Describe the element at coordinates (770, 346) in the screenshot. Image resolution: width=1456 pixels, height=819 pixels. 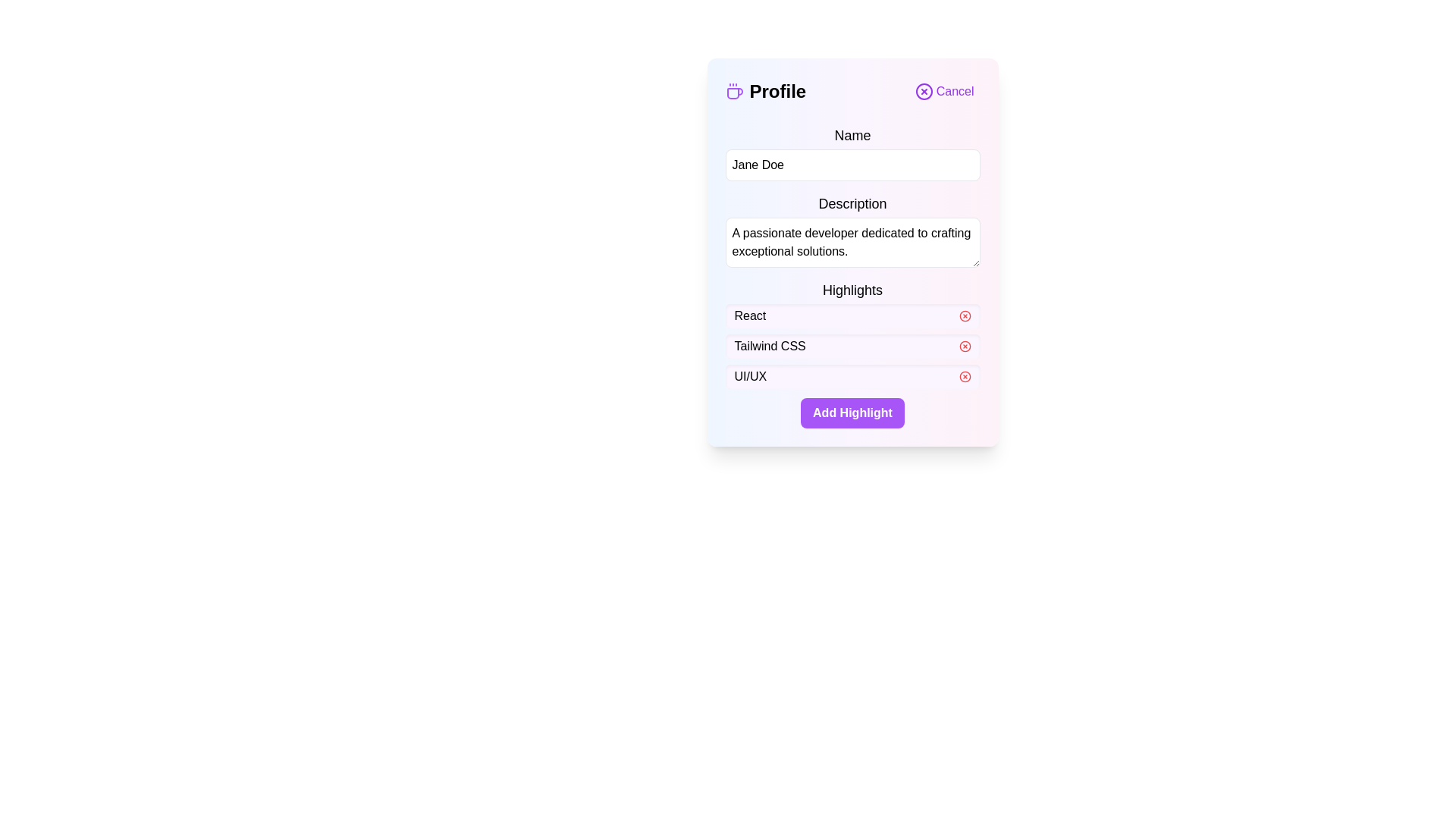
I see `the Text label in the 'Highlights' section of the profile card interface` at that location.